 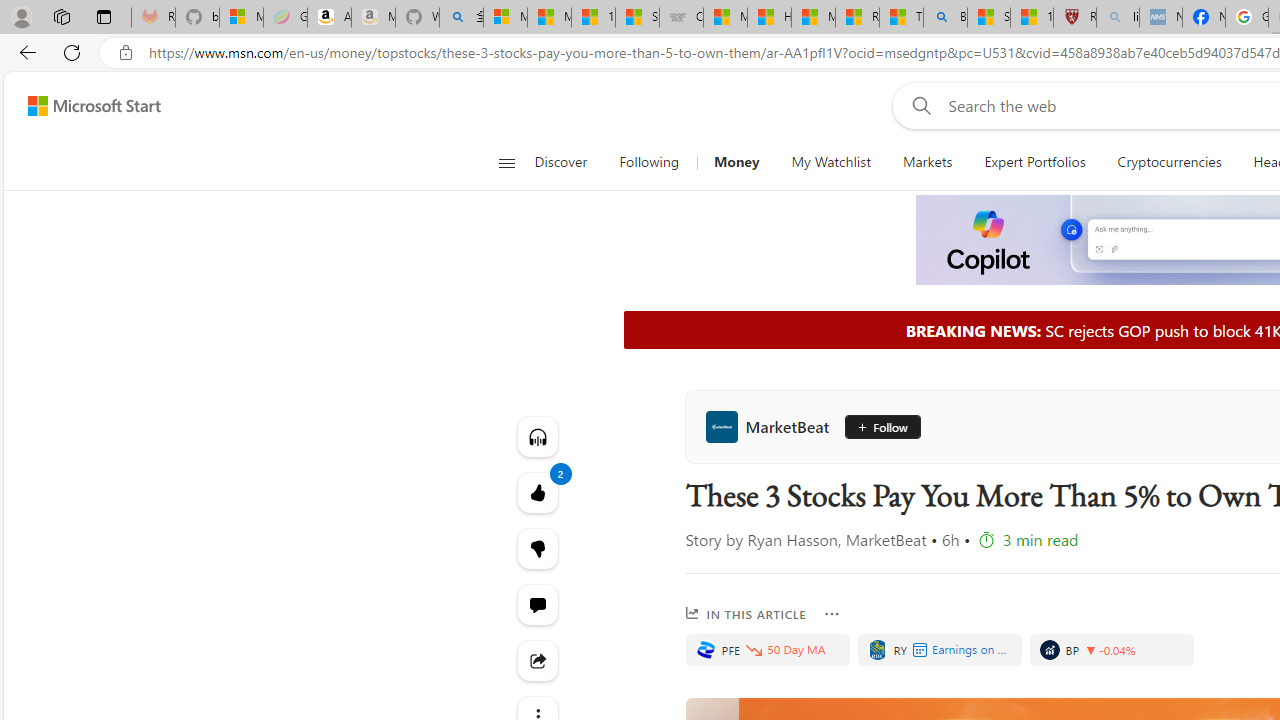 I want to click on 'Class: button-glyph', so click(x=506, y=162).